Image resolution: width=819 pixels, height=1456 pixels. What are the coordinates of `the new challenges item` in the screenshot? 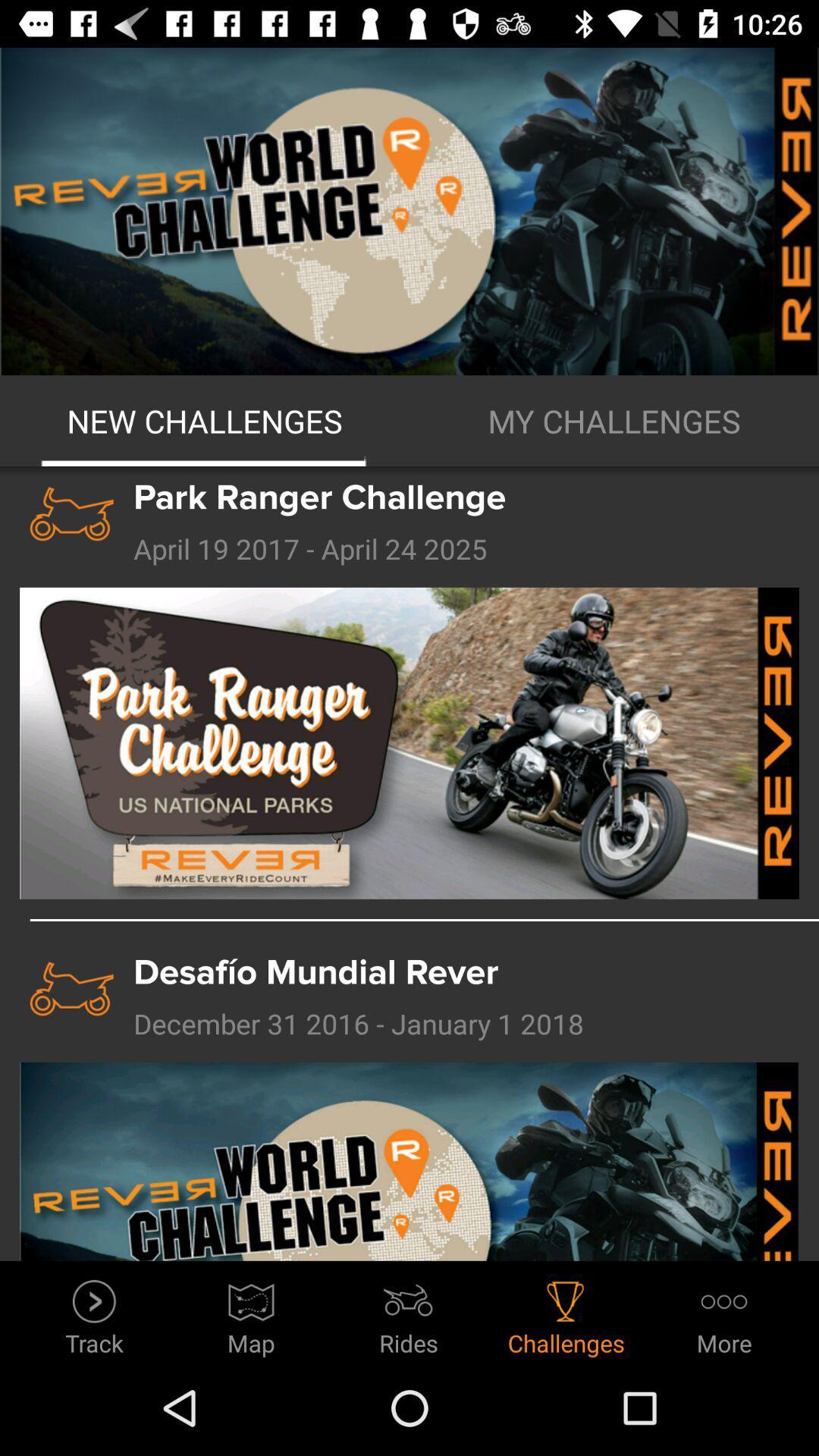 It's located at (205, 421).